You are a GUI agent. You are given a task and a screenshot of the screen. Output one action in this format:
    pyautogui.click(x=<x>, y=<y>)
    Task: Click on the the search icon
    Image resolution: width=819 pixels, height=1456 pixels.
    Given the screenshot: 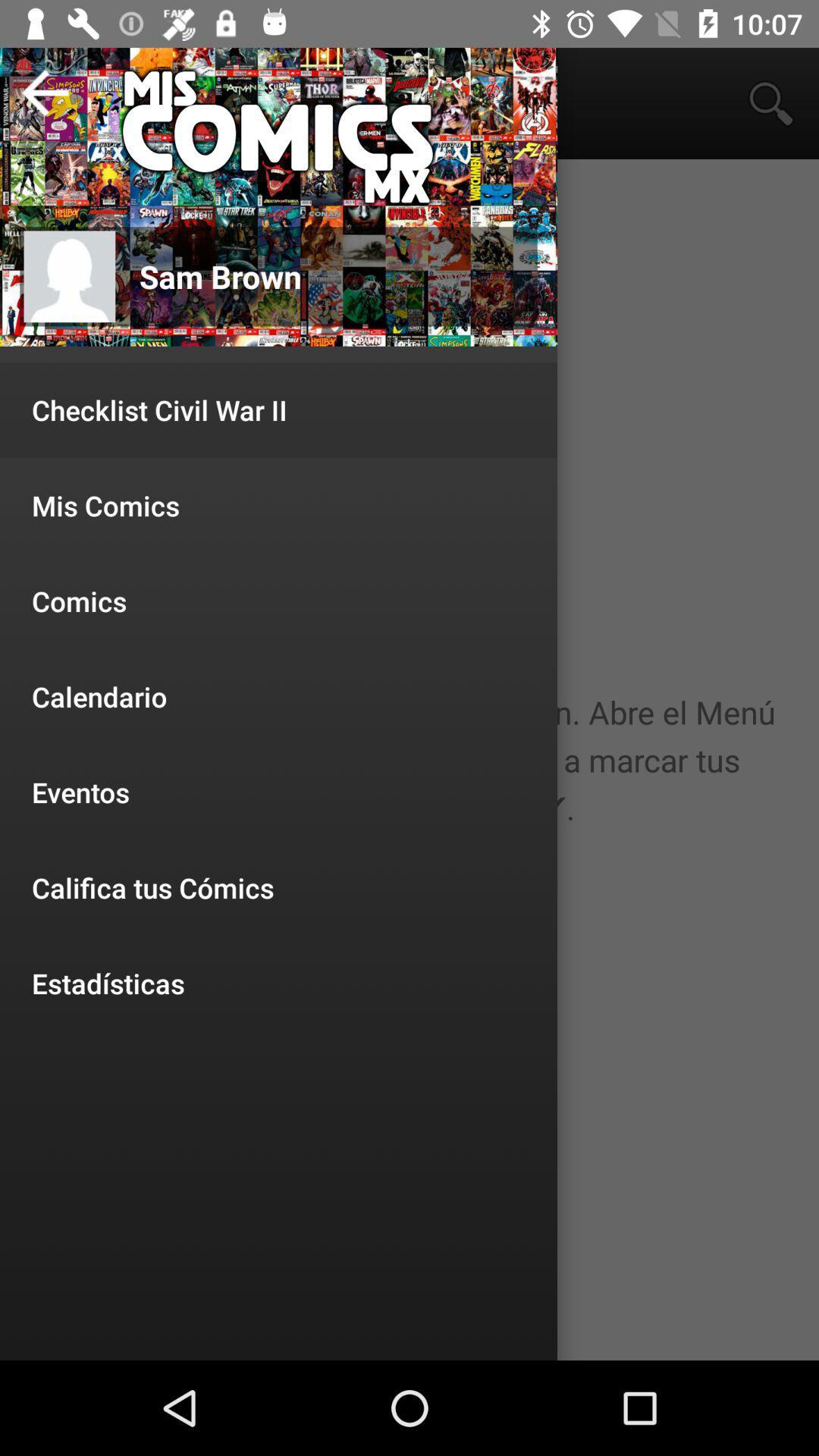 What is the action you would take?
    pyautogui.click(x=771, y=103)
    